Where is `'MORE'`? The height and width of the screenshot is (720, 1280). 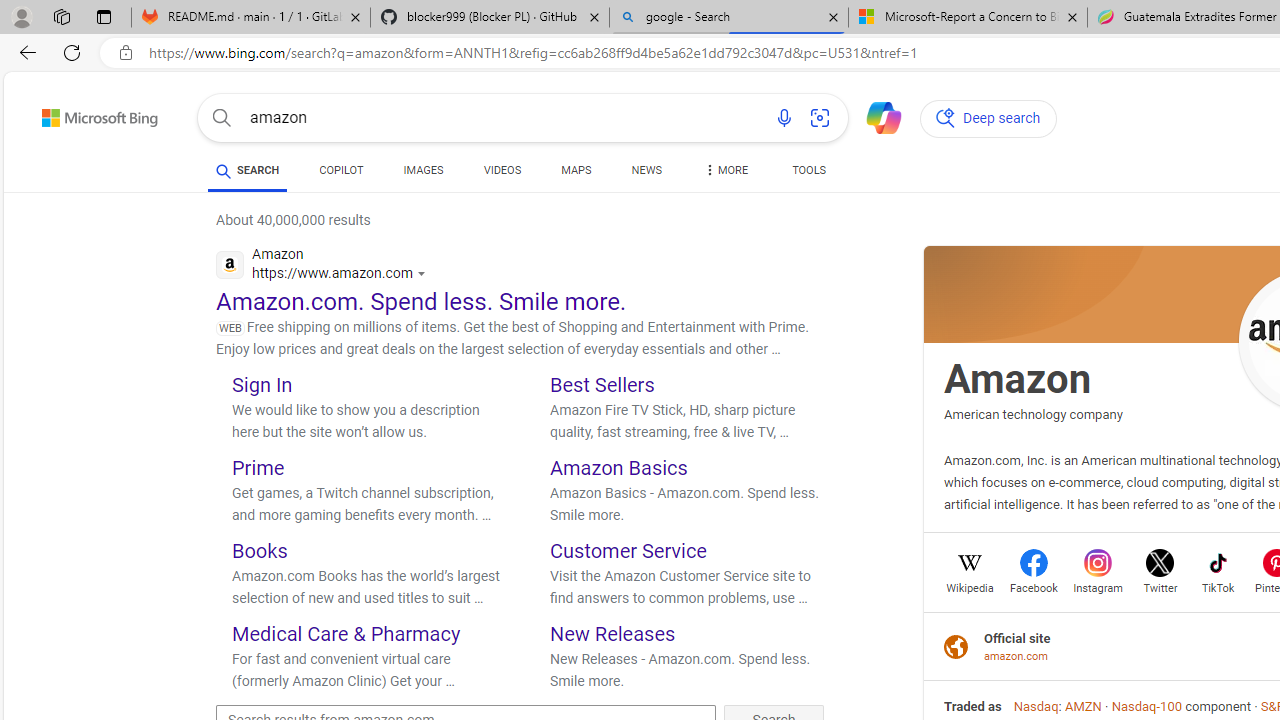
'MORE' is located at coordinates (723, 172).